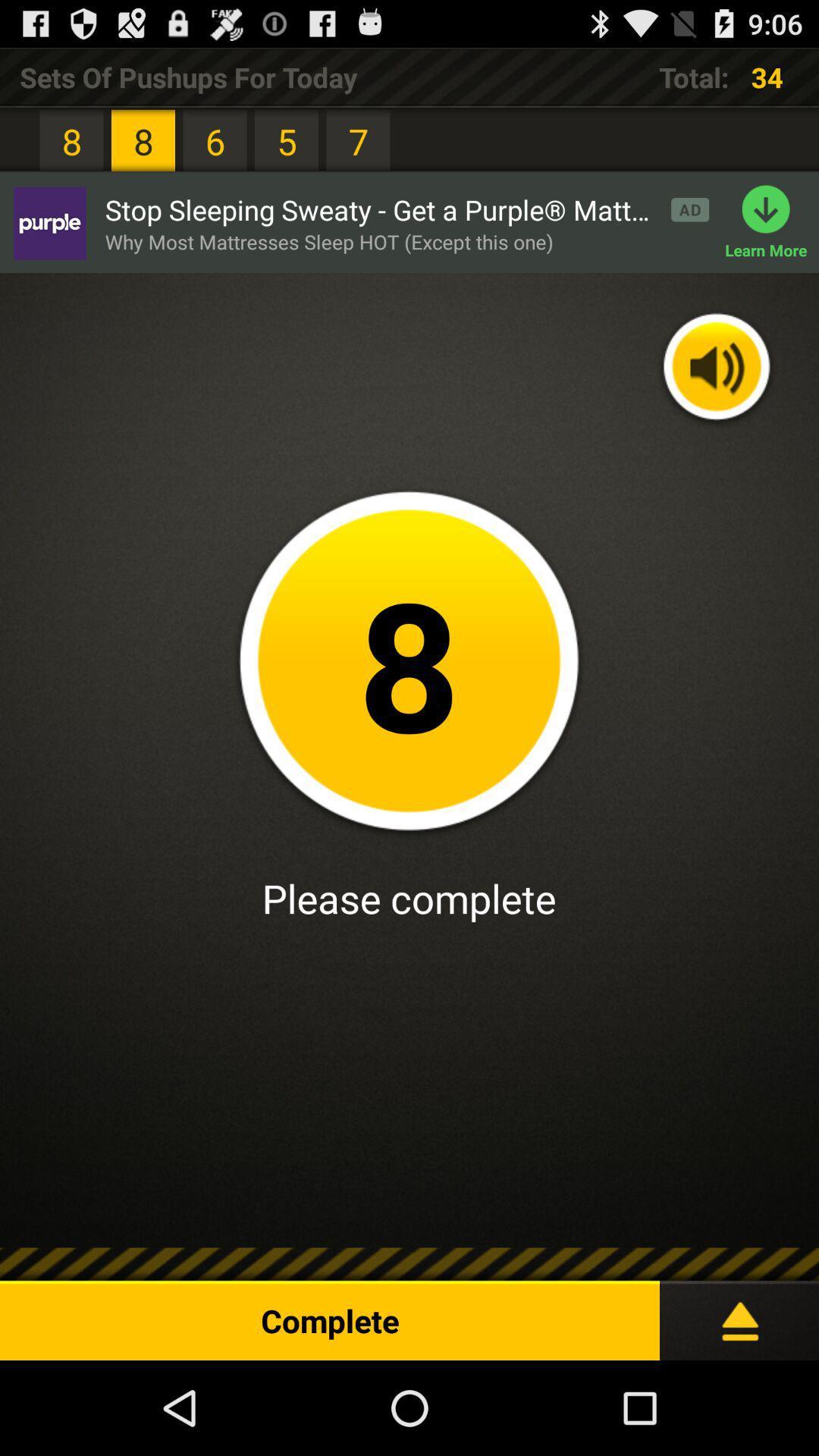  I want to click on the item to the left of the learn more icon, so click(328, 241).